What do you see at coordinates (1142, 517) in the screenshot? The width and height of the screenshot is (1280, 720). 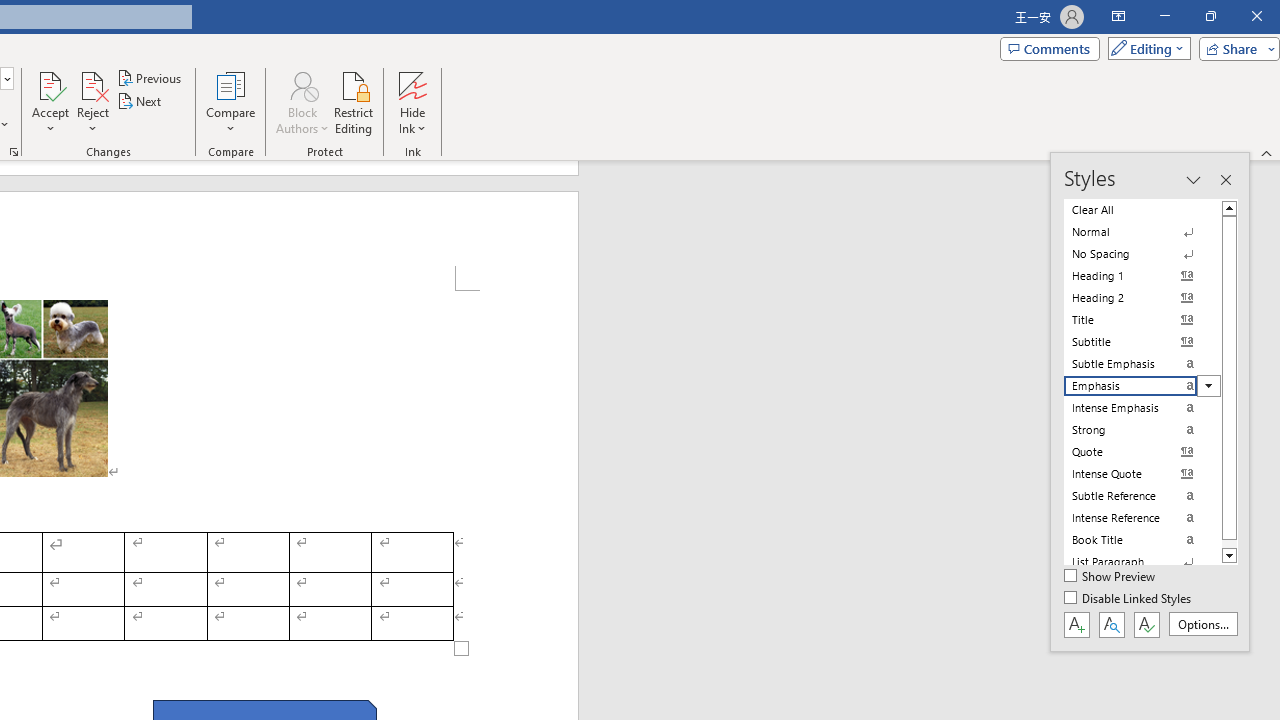 I see `'Intense Reference'` at bounding box center [1142, 517].